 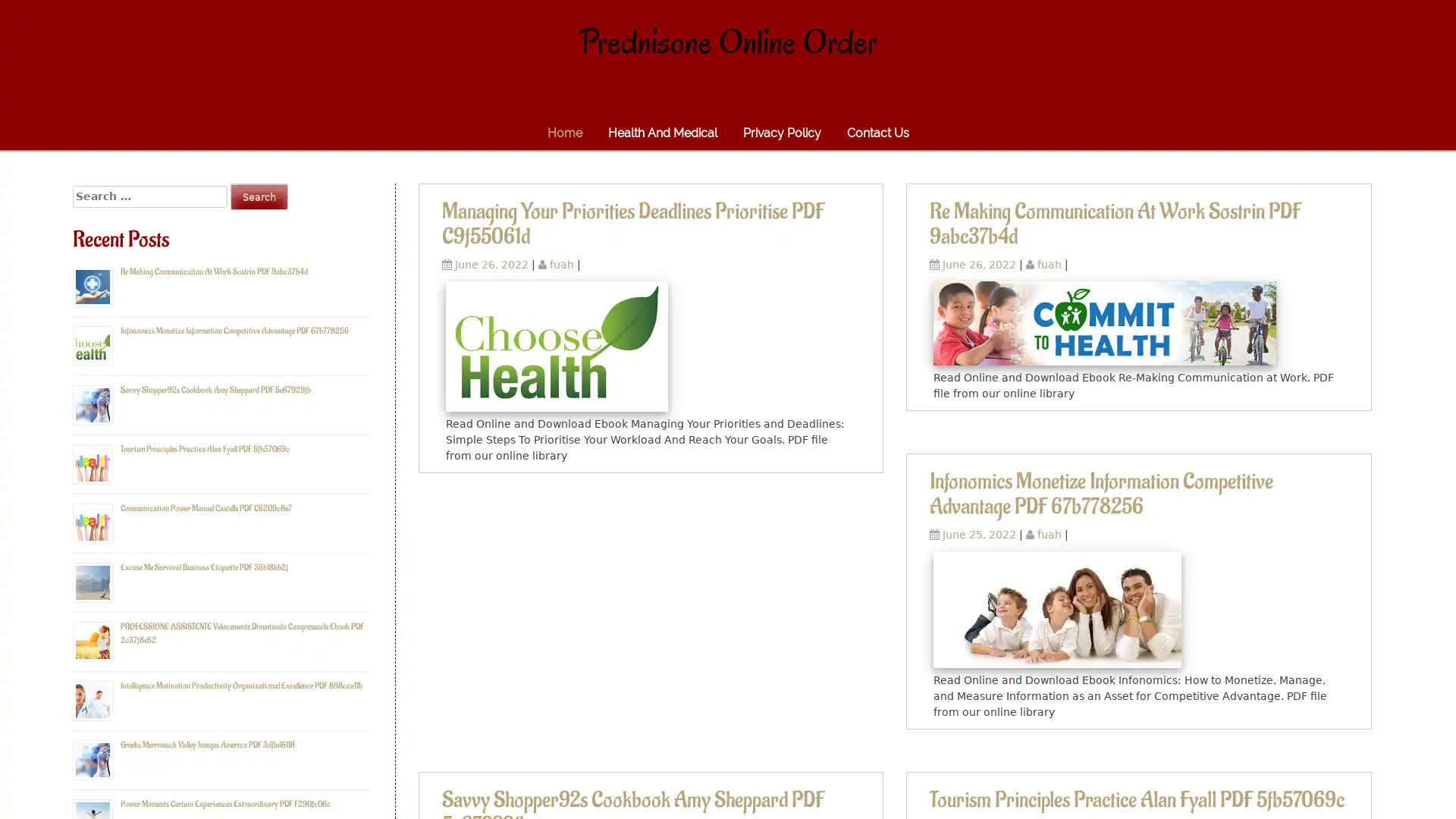 What do you see at coordinates (259, 196) in the screenshot?
I see `Search` at bounding box center [259, 196].